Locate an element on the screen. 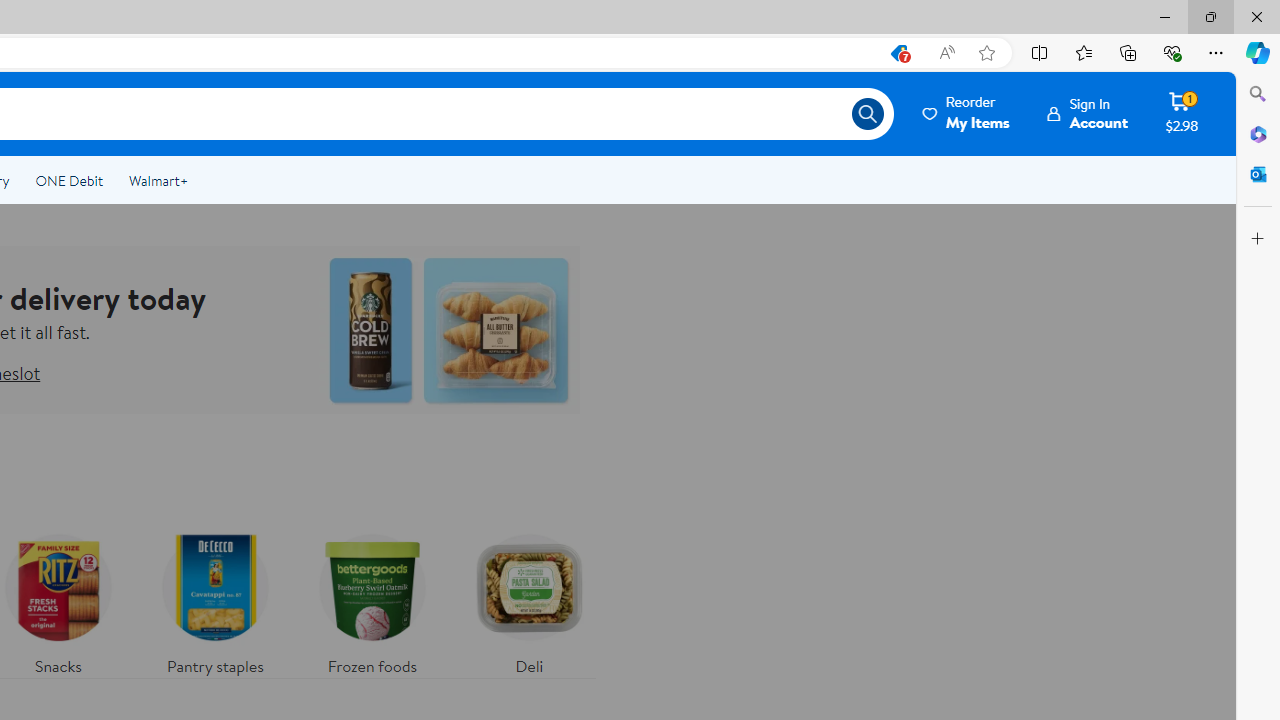 The width and height of the screenshot is (1280, 720). 'Frozen foods' is located at coordinates (371, 598).